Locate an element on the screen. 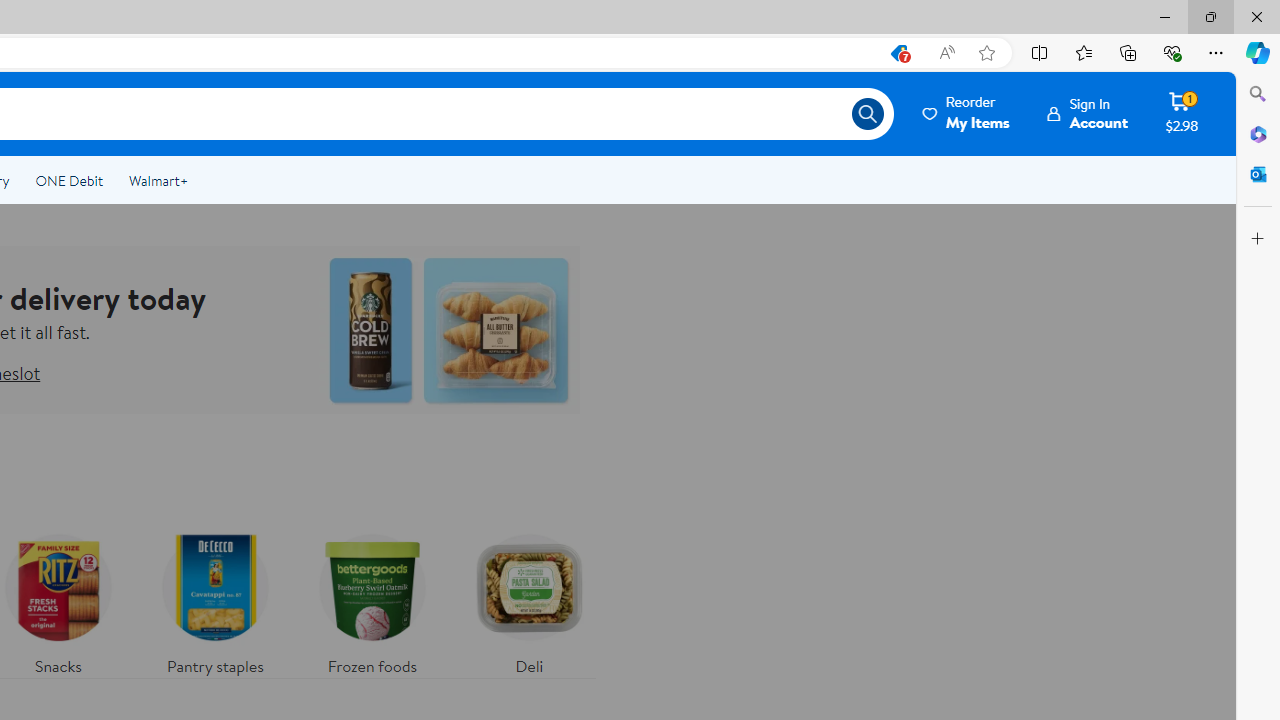 The width and height of the screenshot is (1280, 720). 'Frozen foods' is located at coordinates (371, 598).